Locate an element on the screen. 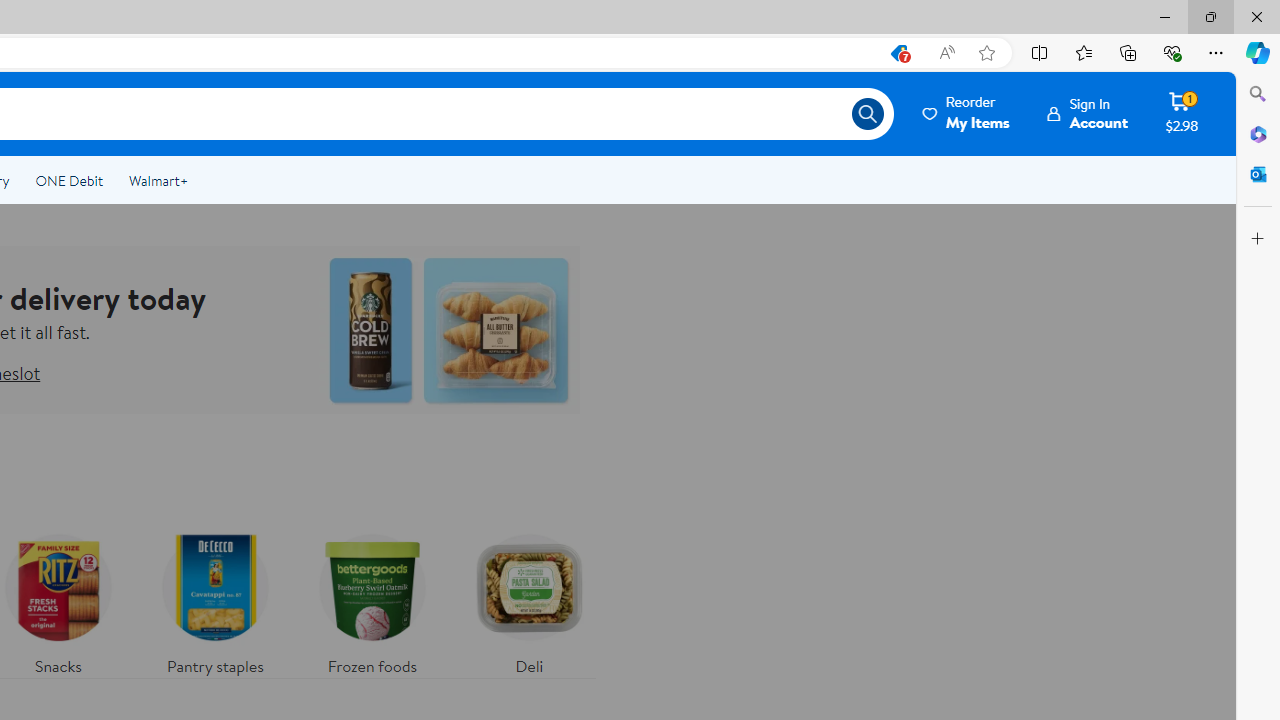 The width and height of the screenshot is (1280, 720). 'Frozen foods' is located at coordinates (371, 598).